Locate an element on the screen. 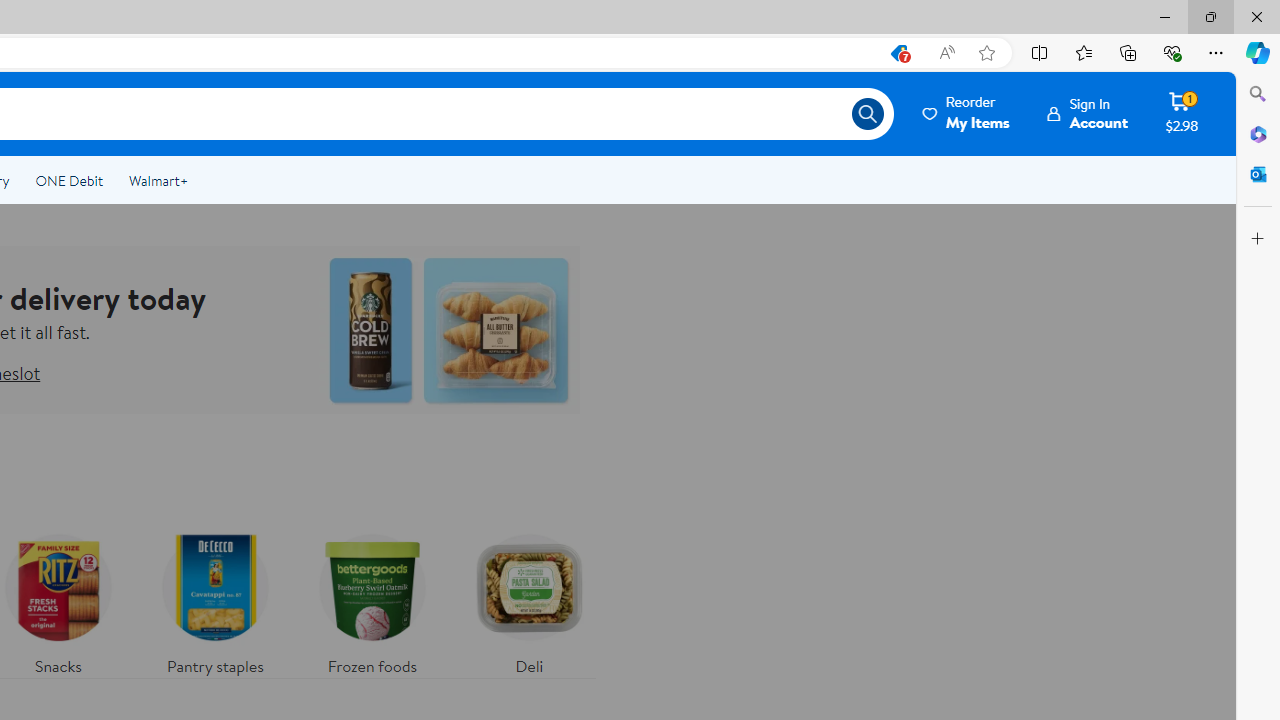 The width and height of the screenshot is (1280, 720). 'Frozen foods' is located at coordinates (371, 598).